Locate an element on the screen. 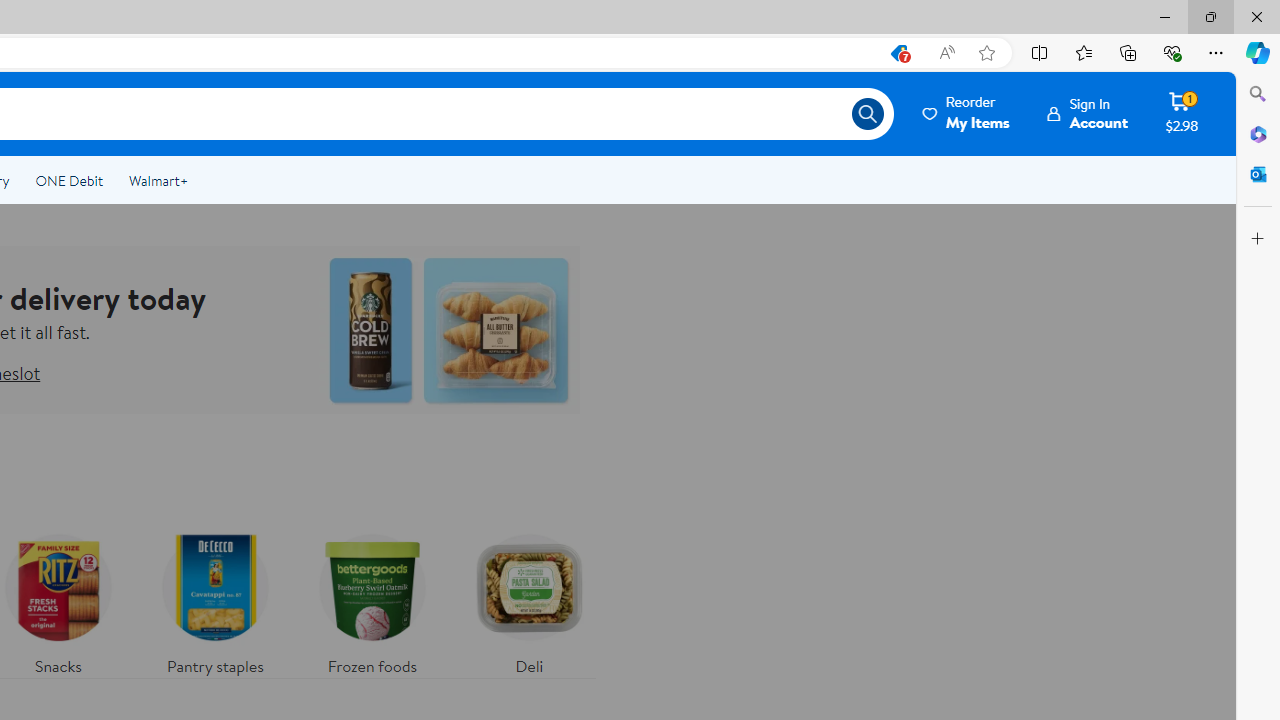 The width and height of the screenshot is (1280, 720). 'Frozen foods' is located at coordinates (371, 598).